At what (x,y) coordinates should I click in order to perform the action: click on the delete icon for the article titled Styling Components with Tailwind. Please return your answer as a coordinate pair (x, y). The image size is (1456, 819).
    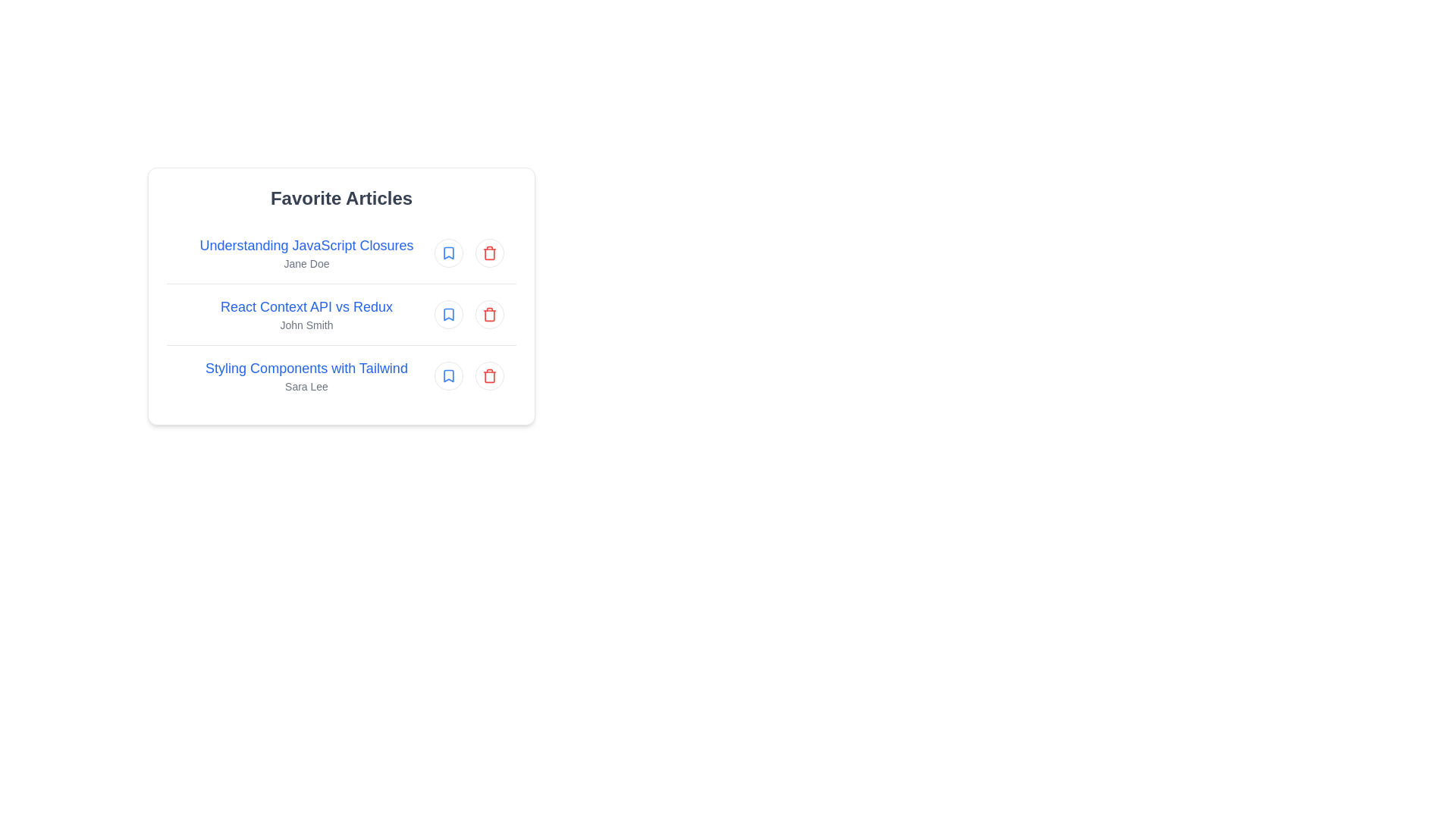
    Looking at the image, I should click on (490, 375).